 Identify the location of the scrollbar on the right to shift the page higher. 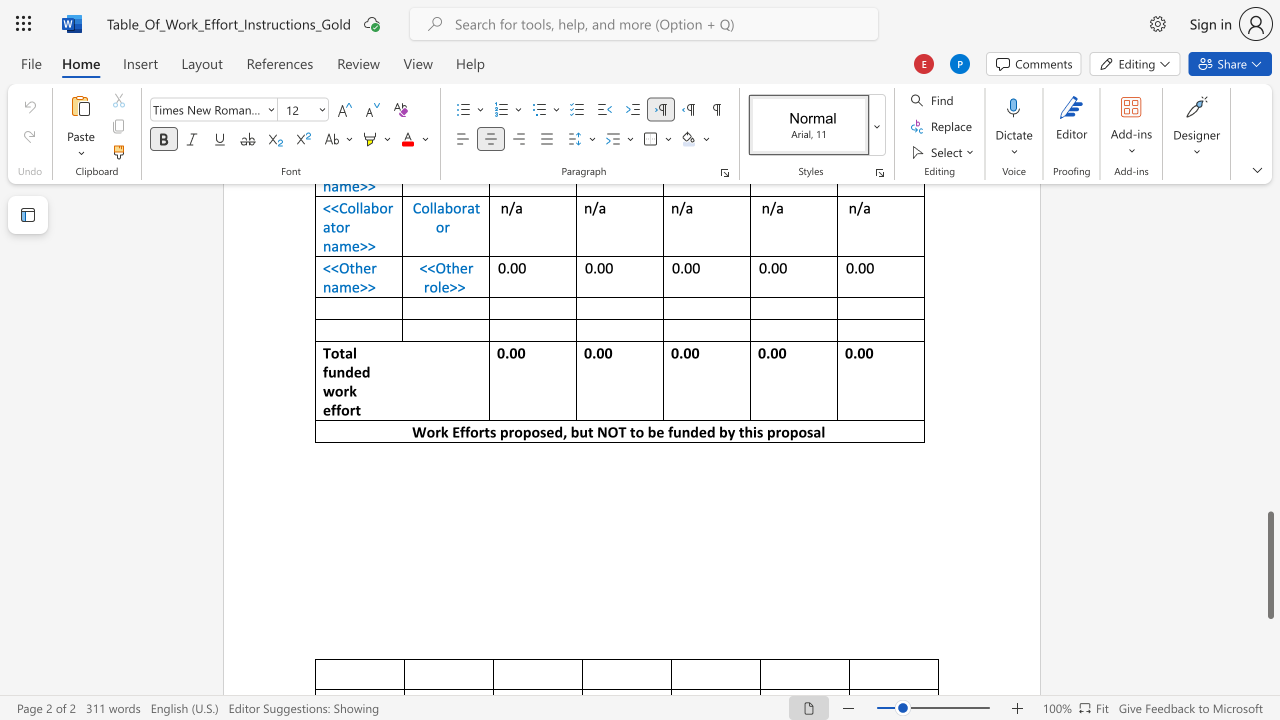
(1269, 428).